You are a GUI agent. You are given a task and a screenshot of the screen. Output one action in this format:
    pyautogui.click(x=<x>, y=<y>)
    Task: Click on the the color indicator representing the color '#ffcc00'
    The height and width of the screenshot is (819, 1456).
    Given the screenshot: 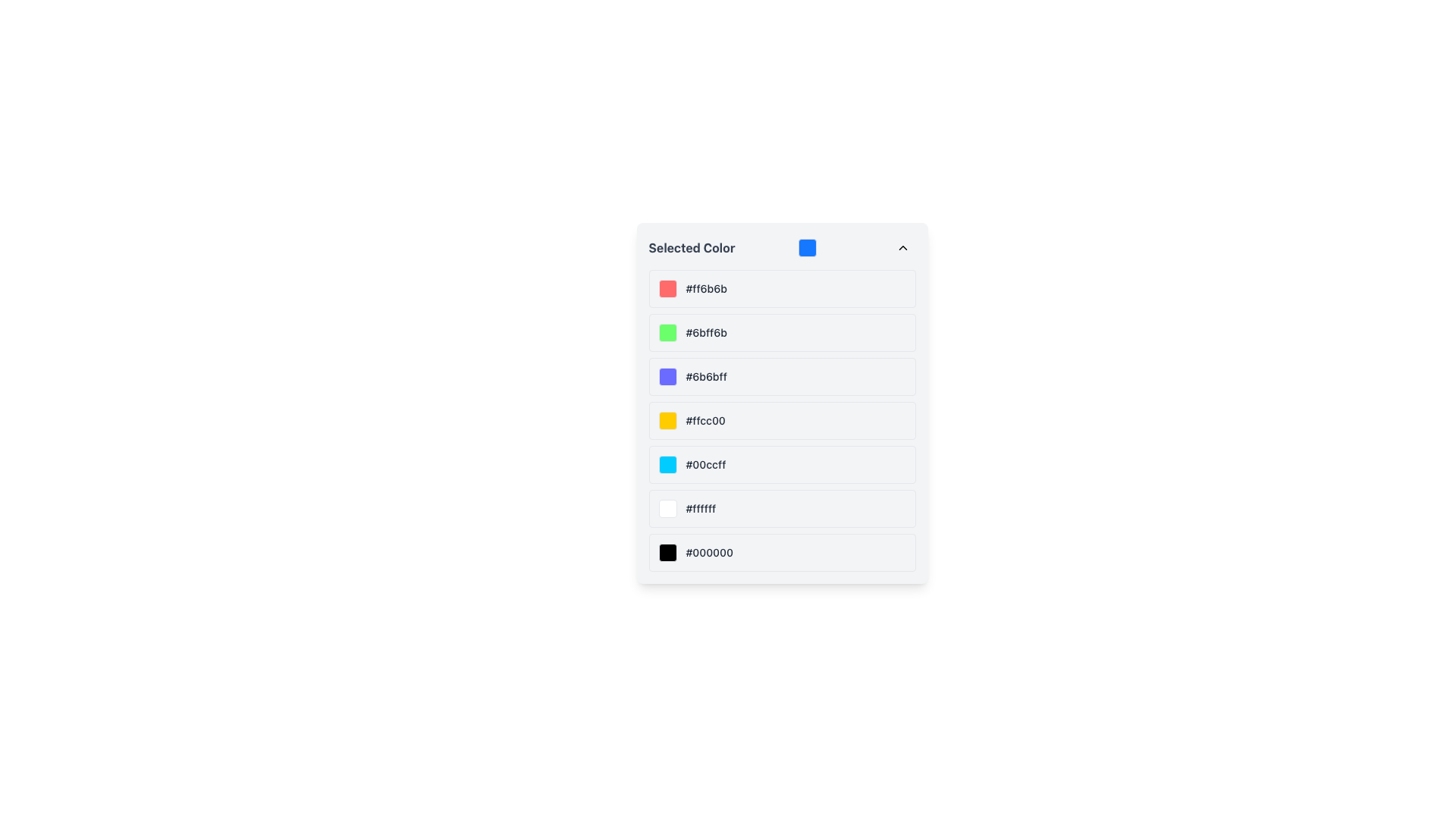 What is the action you would take?
    pyautogui.click(x=667, y=421)
    